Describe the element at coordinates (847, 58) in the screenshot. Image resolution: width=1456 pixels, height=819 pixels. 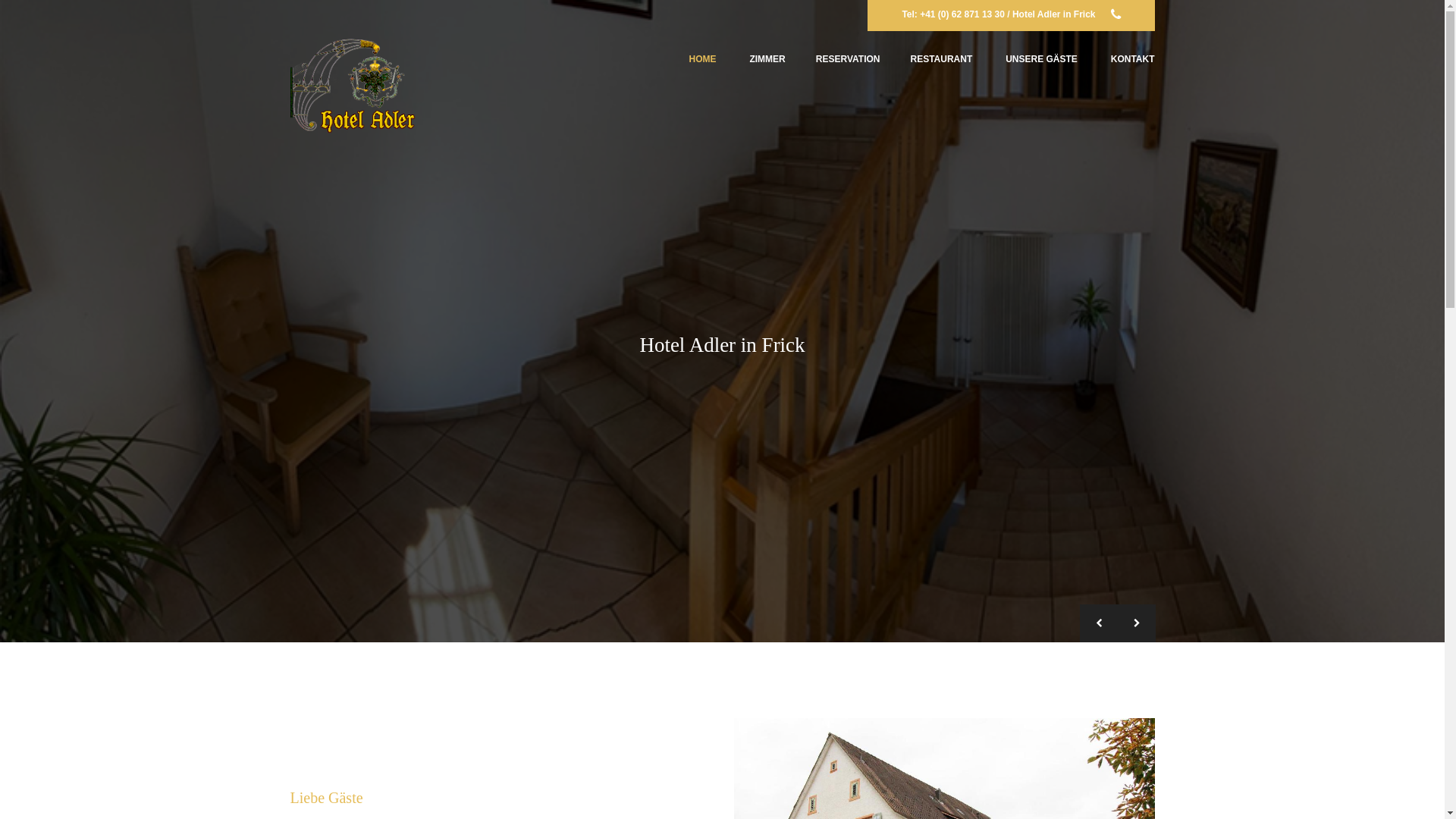
I see `'RESERVATION'` at that location.